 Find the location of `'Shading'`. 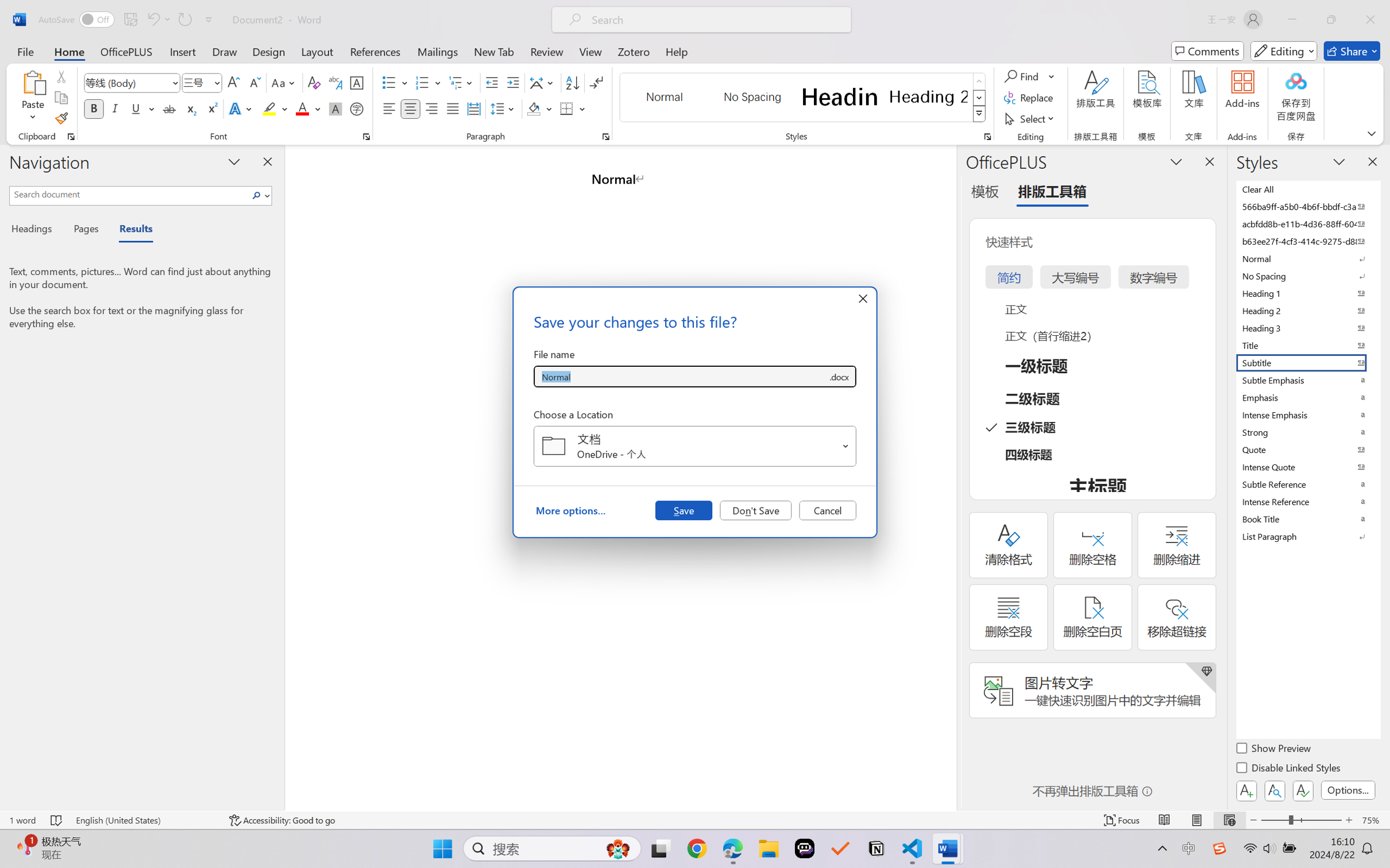

'Shading' is located at coordinates (539, 108).